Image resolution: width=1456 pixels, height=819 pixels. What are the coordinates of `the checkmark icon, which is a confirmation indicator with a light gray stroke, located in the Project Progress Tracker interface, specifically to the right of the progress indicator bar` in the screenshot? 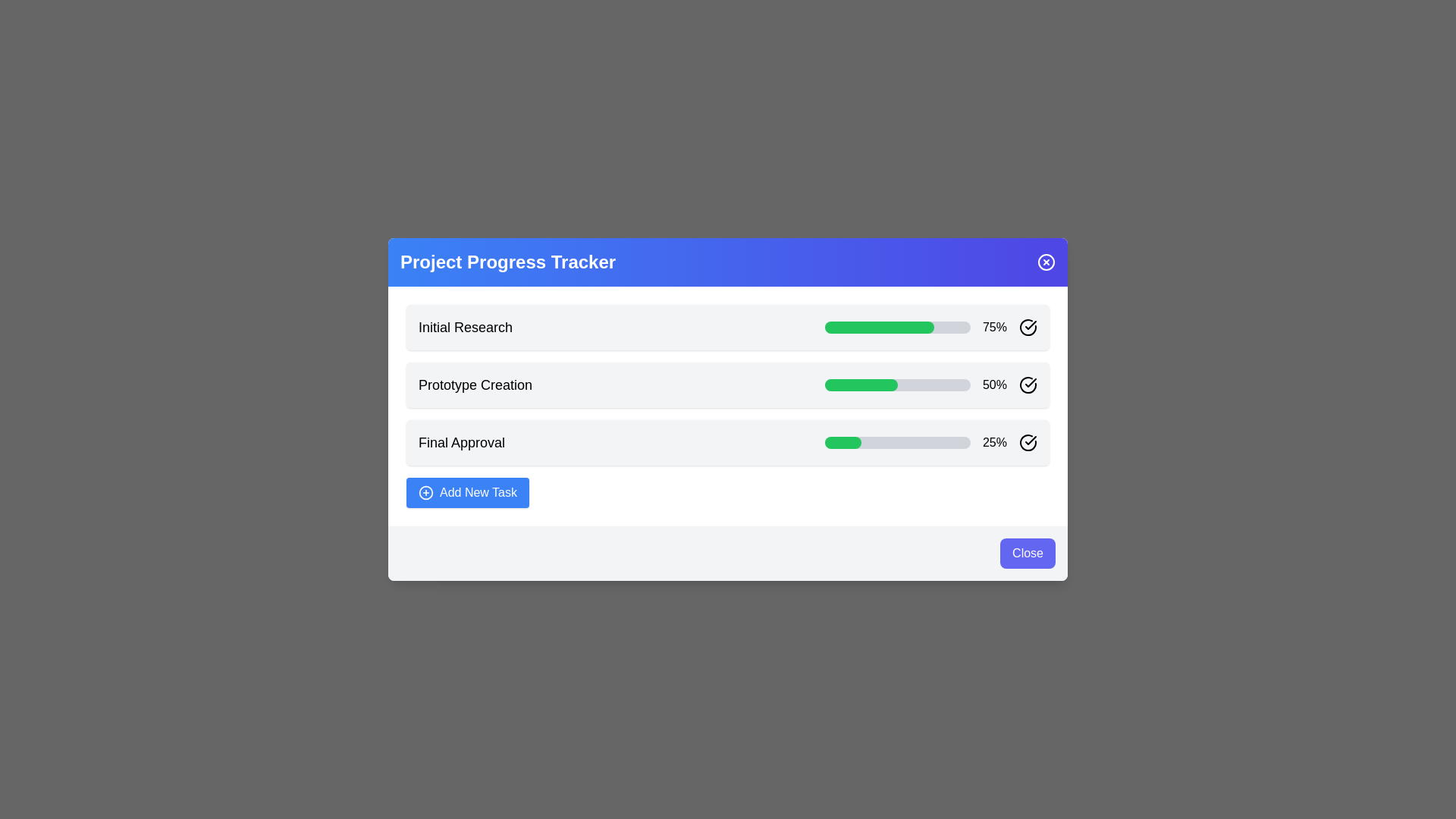 It's located at (1031, 441).